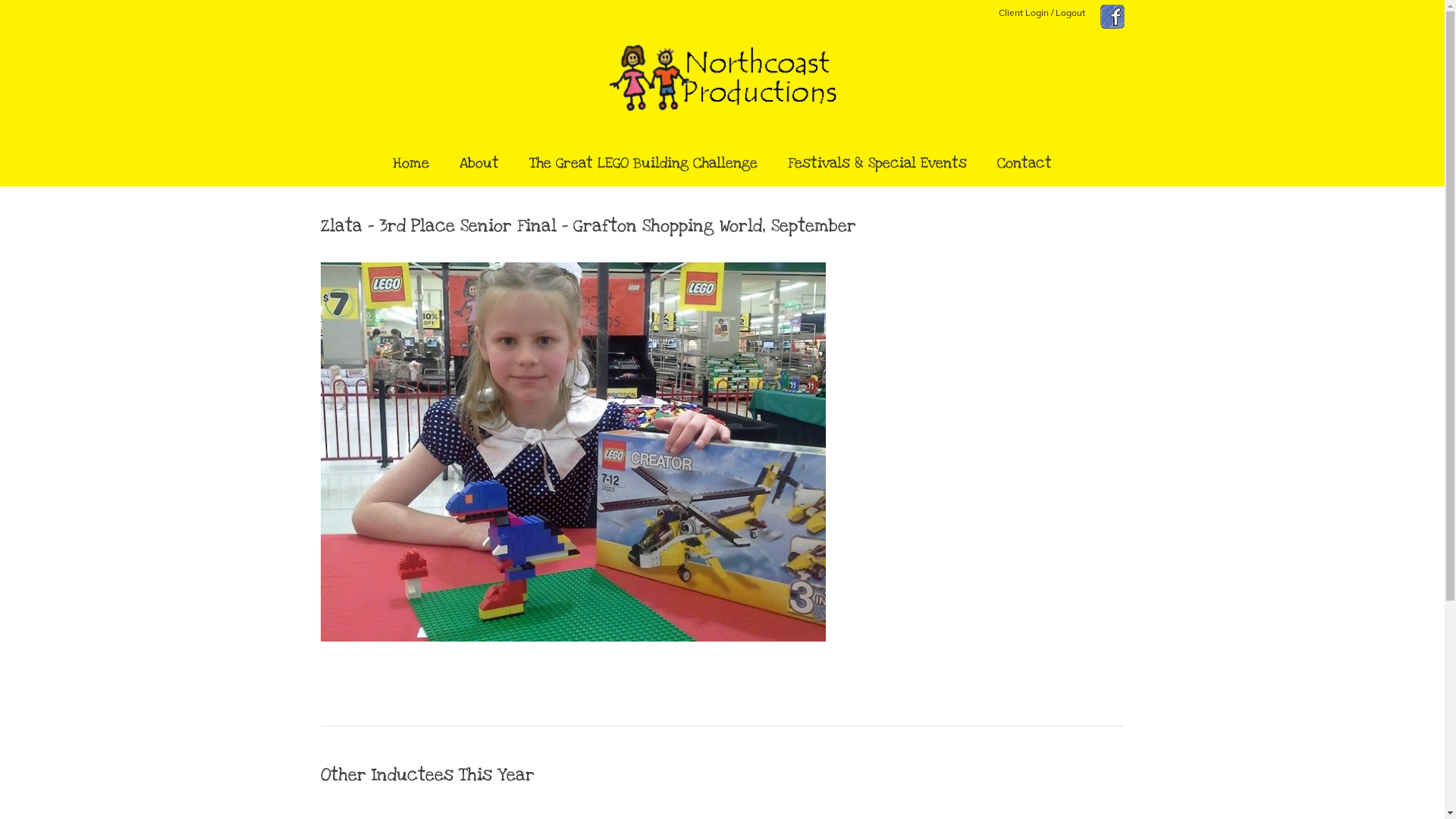  What do you see at coordinates (411, 164) in the screenshot?
I see `'Home'` at bounding box center [411, 164].